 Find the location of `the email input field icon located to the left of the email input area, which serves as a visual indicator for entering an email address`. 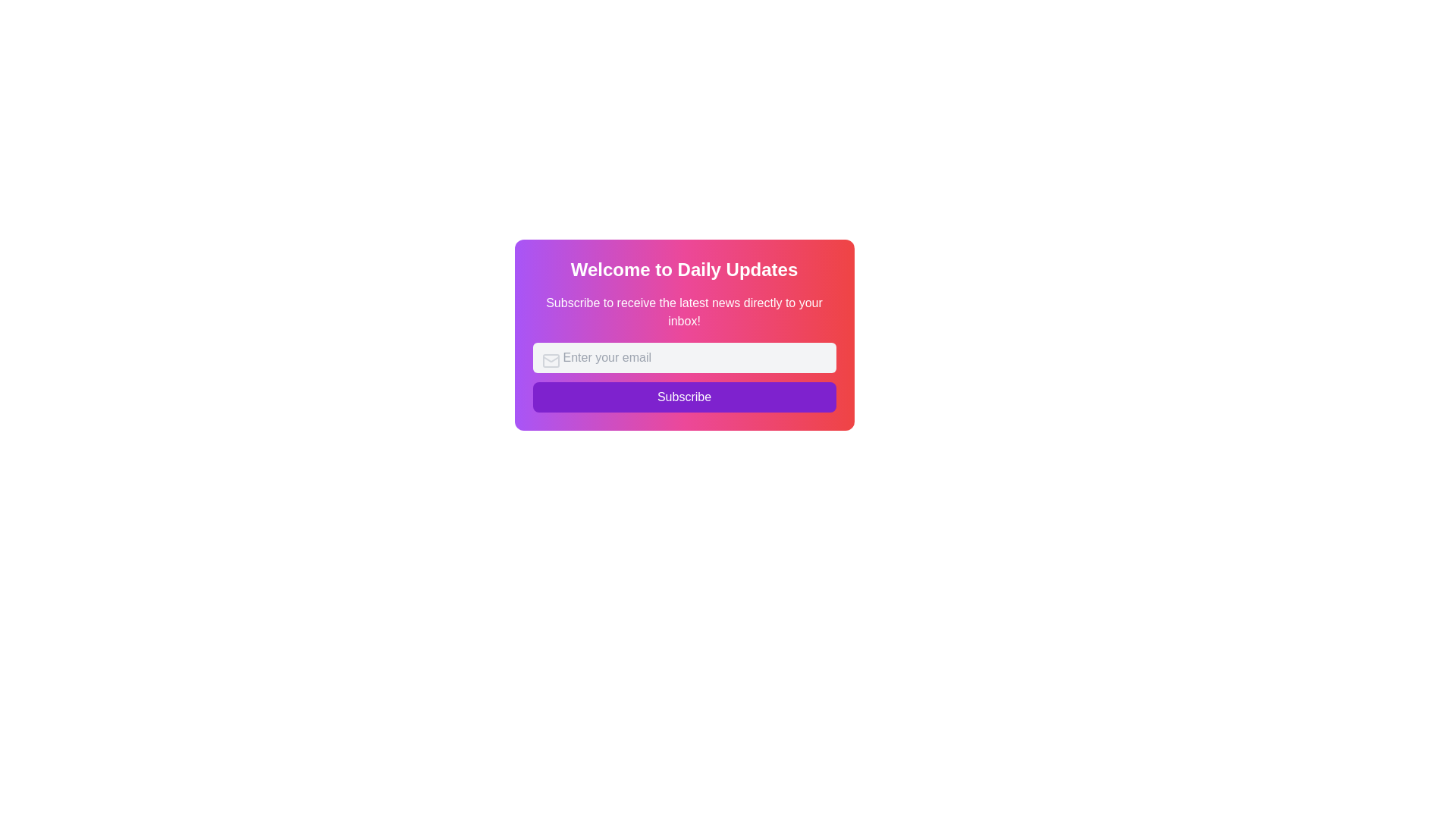

the email input field icon located to the left of the email input area, which serves as a visual indicator for entering an email address is located at coordinates (550, 360).